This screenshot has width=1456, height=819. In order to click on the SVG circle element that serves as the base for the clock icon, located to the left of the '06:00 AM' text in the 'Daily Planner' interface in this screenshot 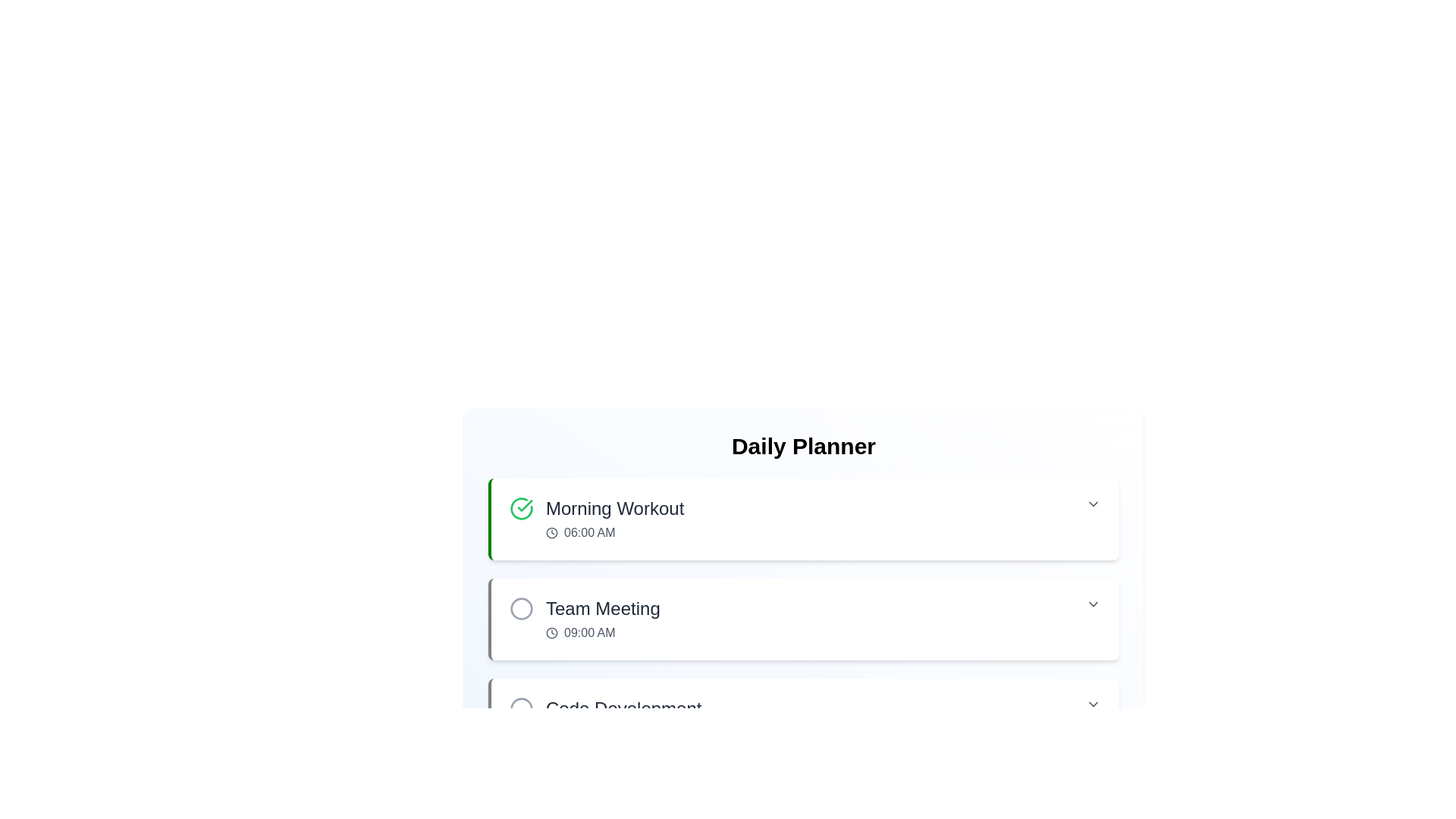, I will do `click(551, 532)`.